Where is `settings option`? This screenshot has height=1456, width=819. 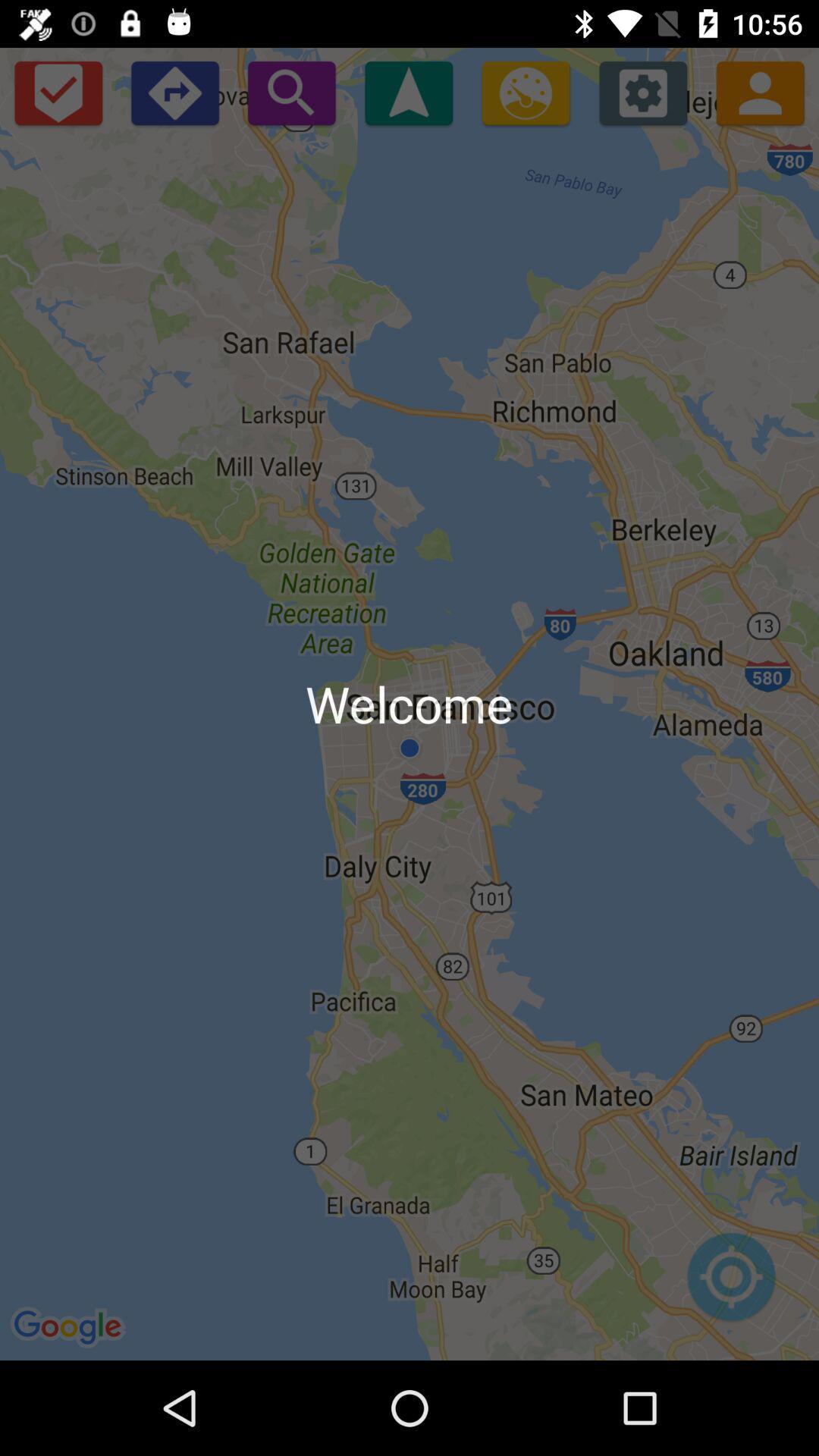 settings option is located at coordinates (643, 92).